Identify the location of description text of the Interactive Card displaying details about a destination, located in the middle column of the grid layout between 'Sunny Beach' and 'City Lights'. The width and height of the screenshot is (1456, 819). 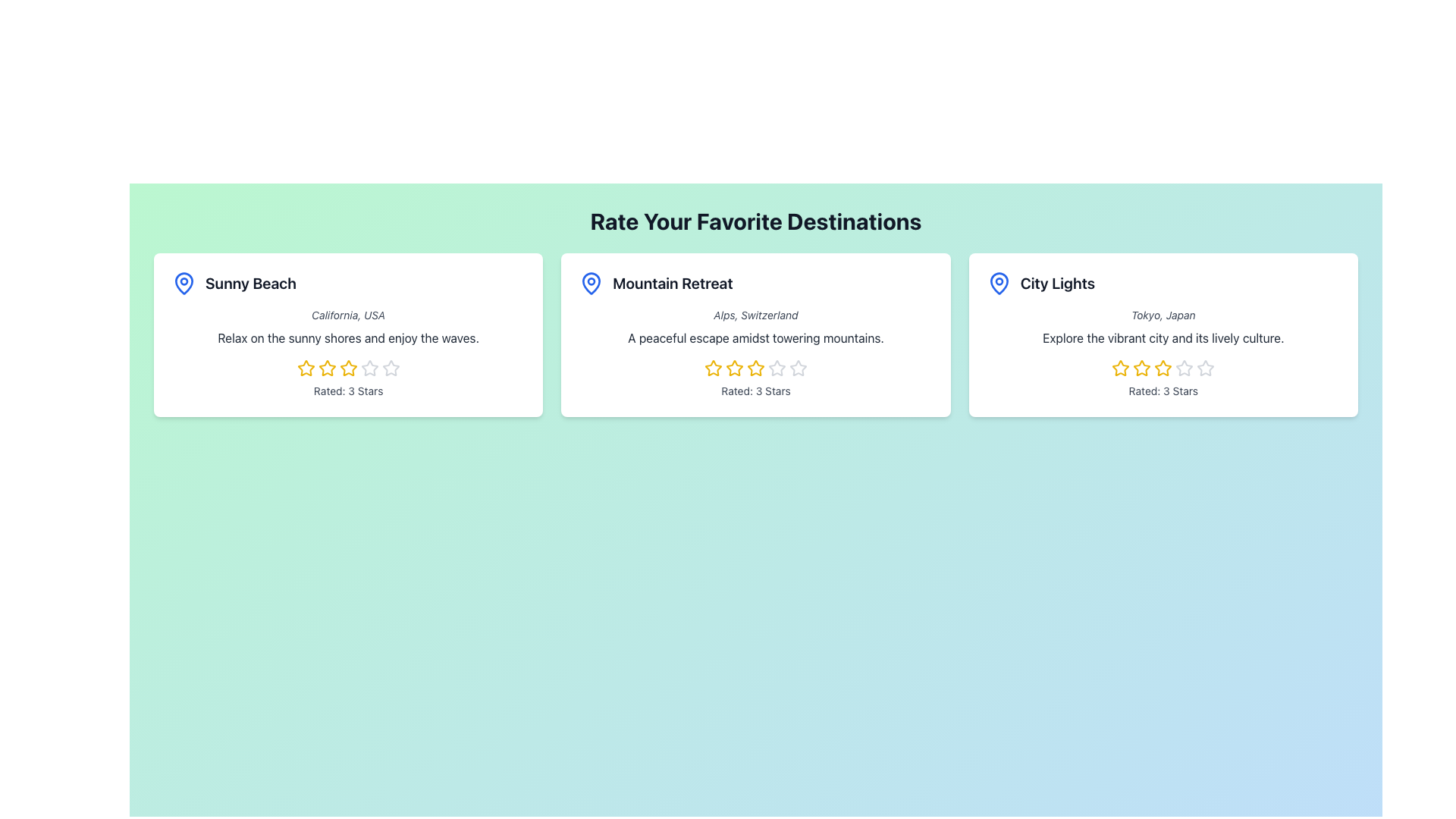
(756, 334).